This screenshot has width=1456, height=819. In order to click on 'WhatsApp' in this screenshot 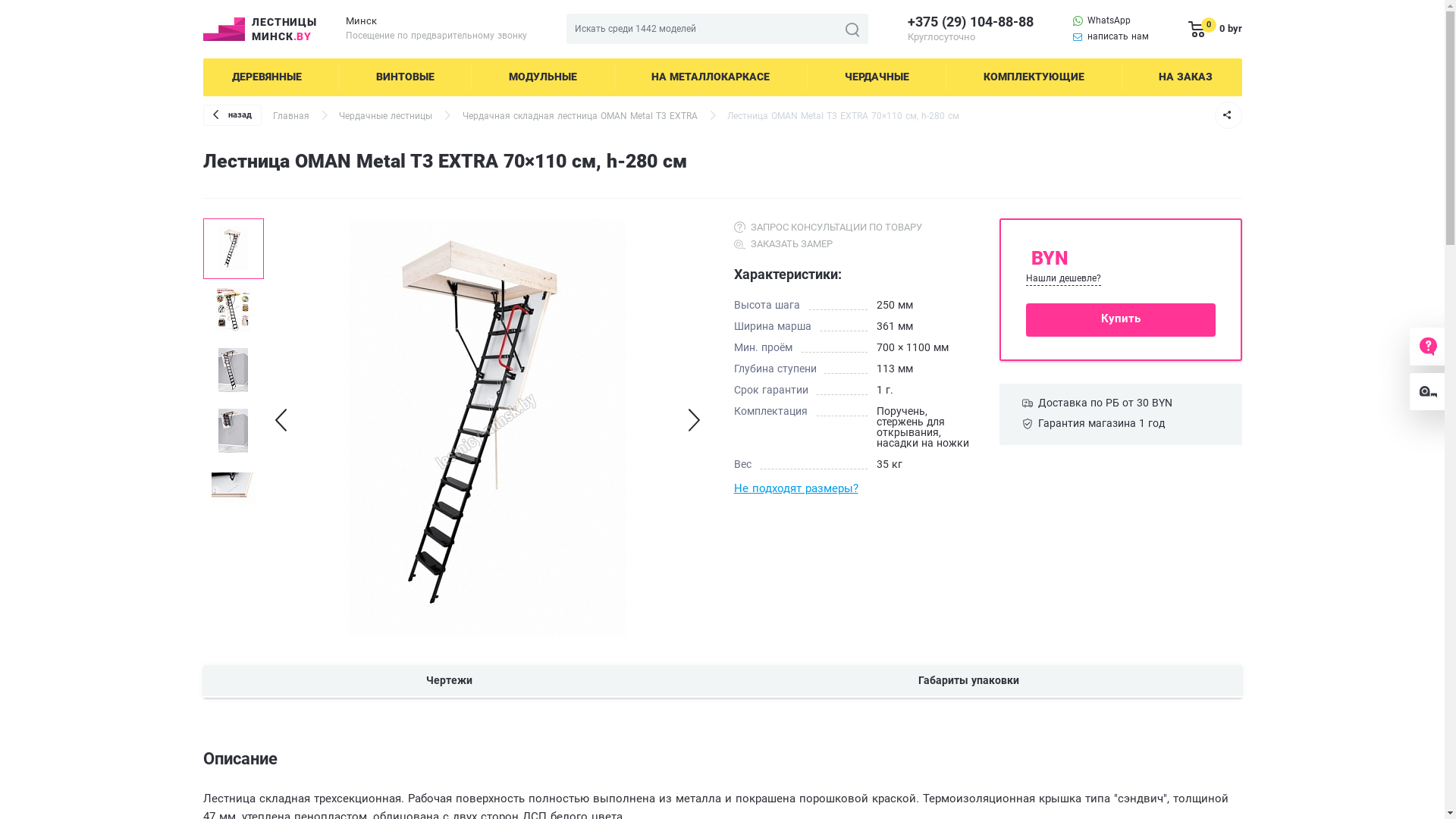, I will do `click(1072, 20)`.